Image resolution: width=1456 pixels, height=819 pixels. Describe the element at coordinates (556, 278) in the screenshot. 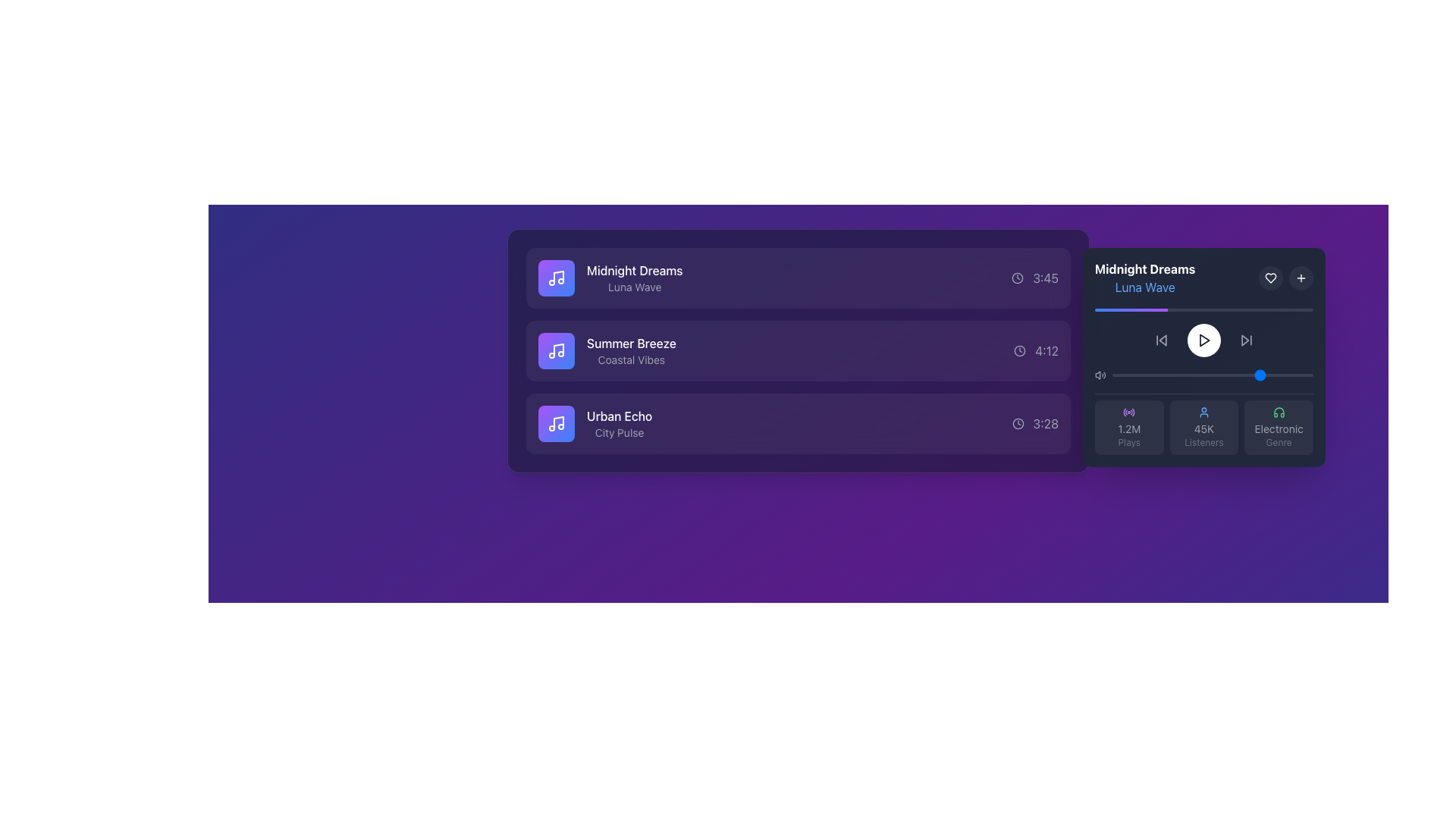

I see `the music note icon, which is styled in white and located within a purple-to-blue gradient circular background` at that location.